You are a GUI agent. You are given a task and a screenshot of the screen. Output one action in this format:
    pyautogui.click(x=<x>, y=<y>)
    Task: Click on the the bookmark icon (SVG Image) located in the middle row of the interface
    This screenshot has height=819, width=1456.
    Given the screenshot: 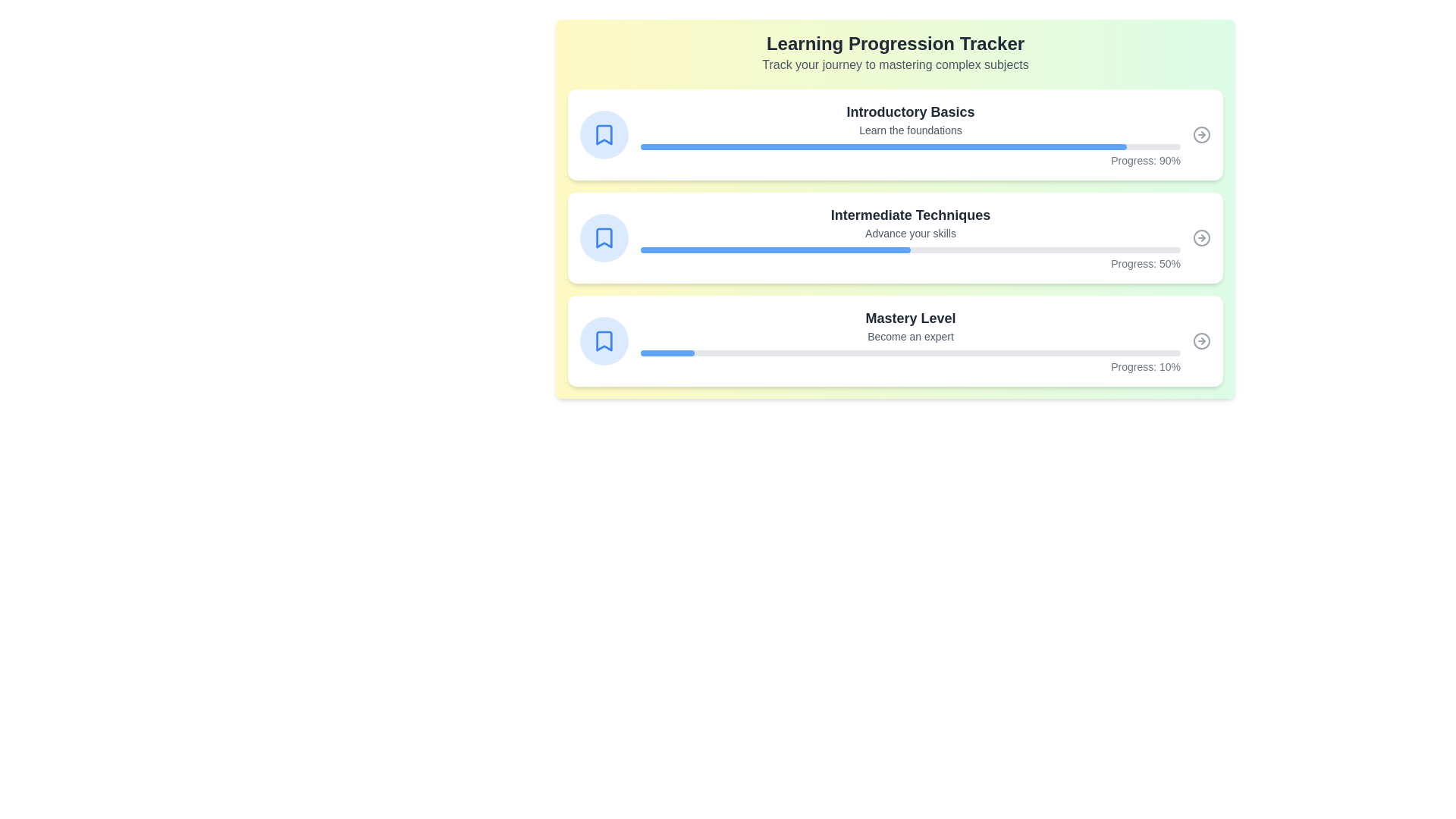 What is the action you would take?
    pyautogui.click(x=603, y=237)
    